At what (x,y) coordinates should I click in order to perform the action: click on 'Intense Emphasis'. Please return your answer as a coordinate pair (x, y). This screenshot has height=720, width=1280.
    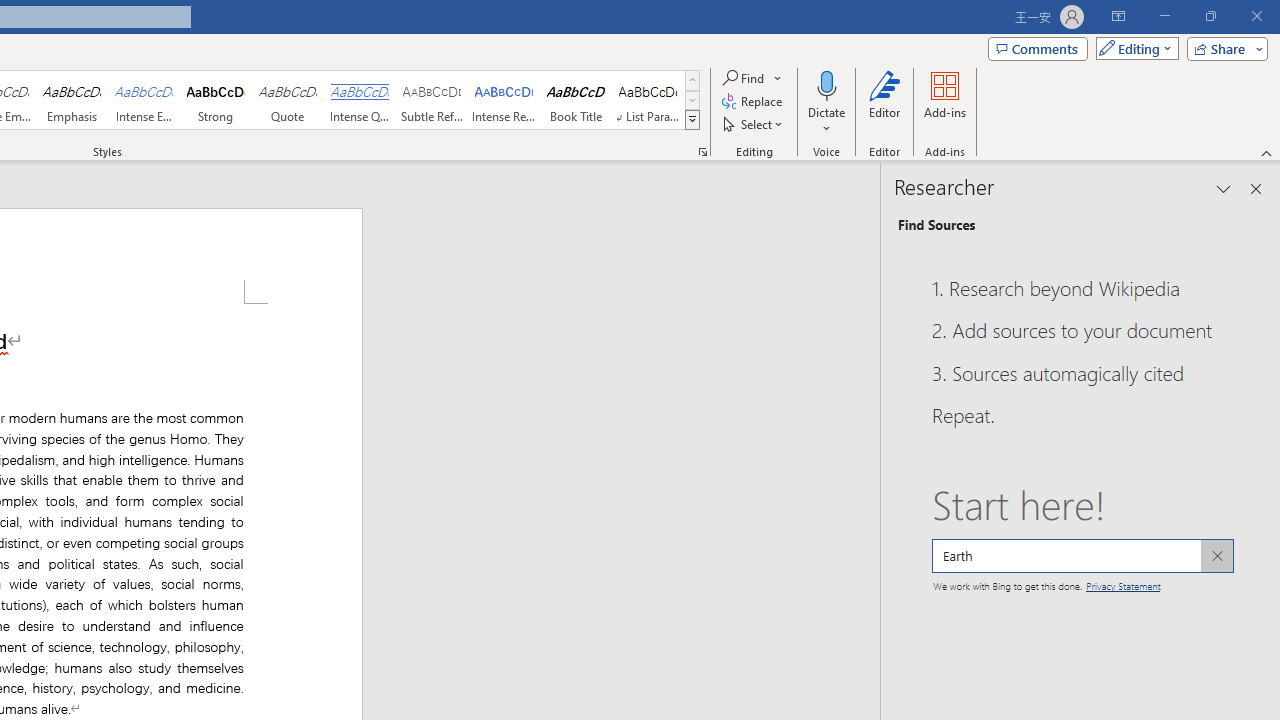
    Looking at the image, I should click on (143, 100).